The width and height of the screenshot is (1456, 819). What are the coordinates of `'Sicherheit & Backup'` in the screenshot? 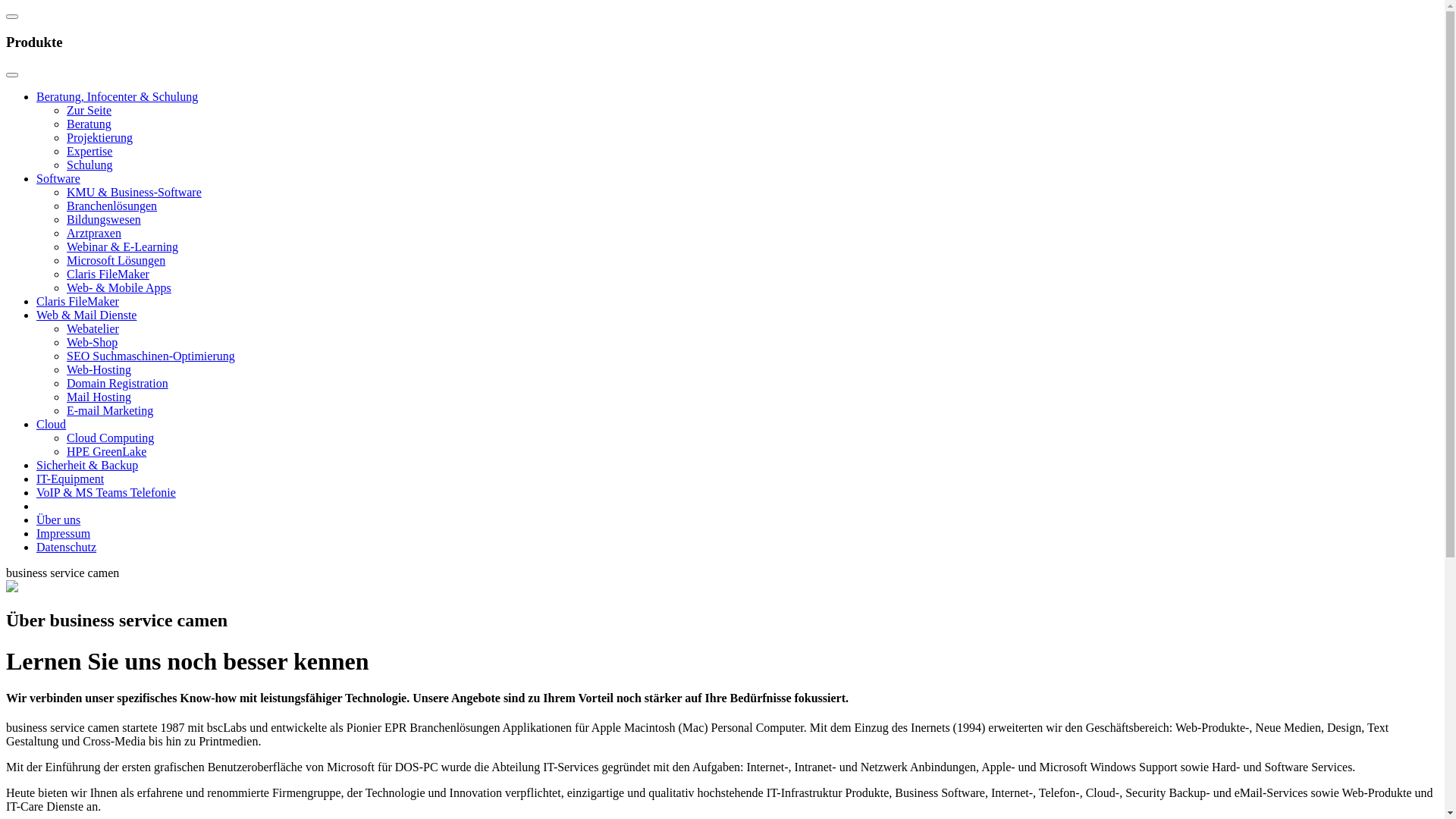 It's located at (86, 464).